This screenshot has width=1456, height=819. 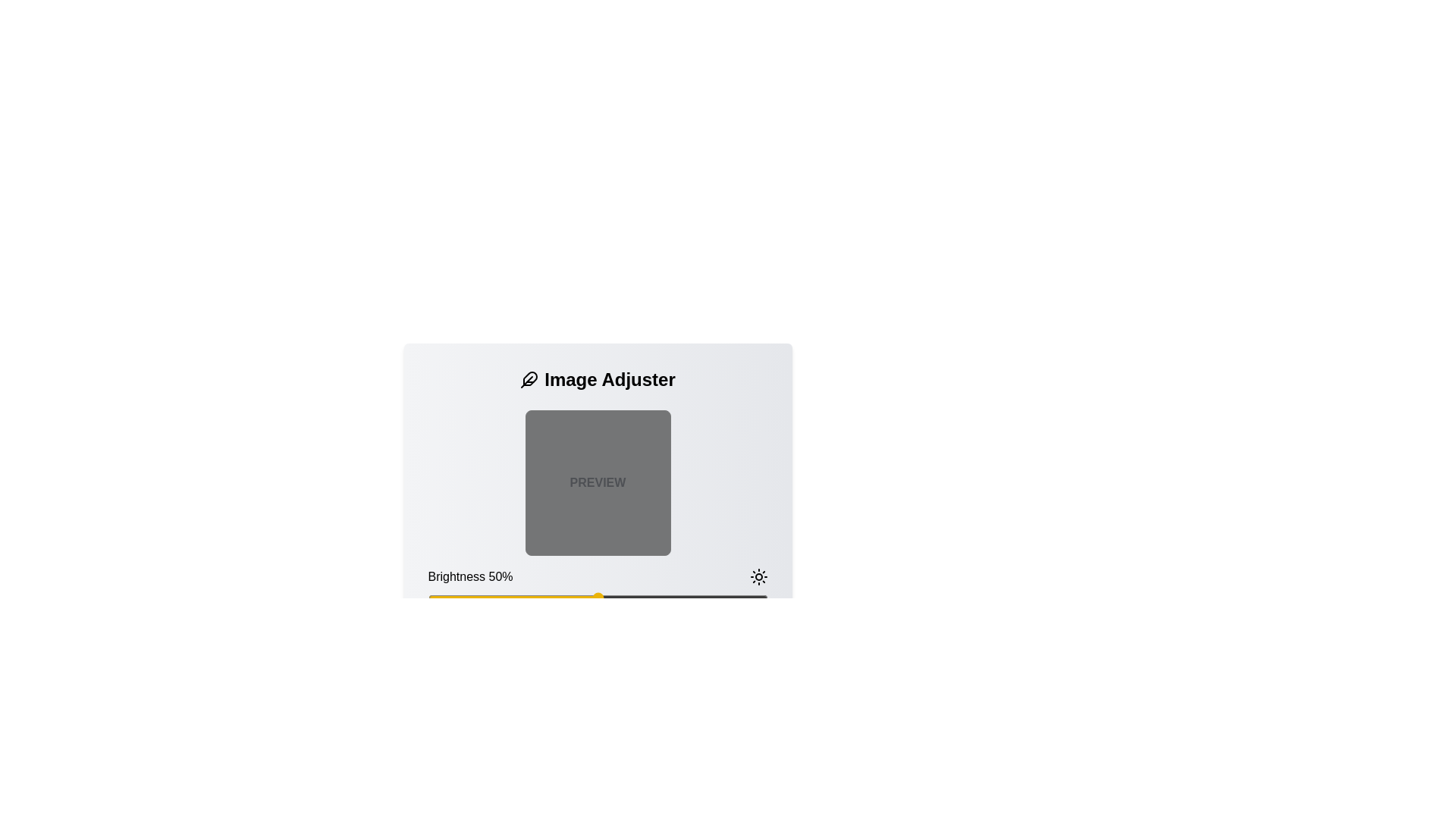 What do you see at coordinates (712, 598) in the screenshot?
I see `the brightness level` at bounding box center [712, 598].